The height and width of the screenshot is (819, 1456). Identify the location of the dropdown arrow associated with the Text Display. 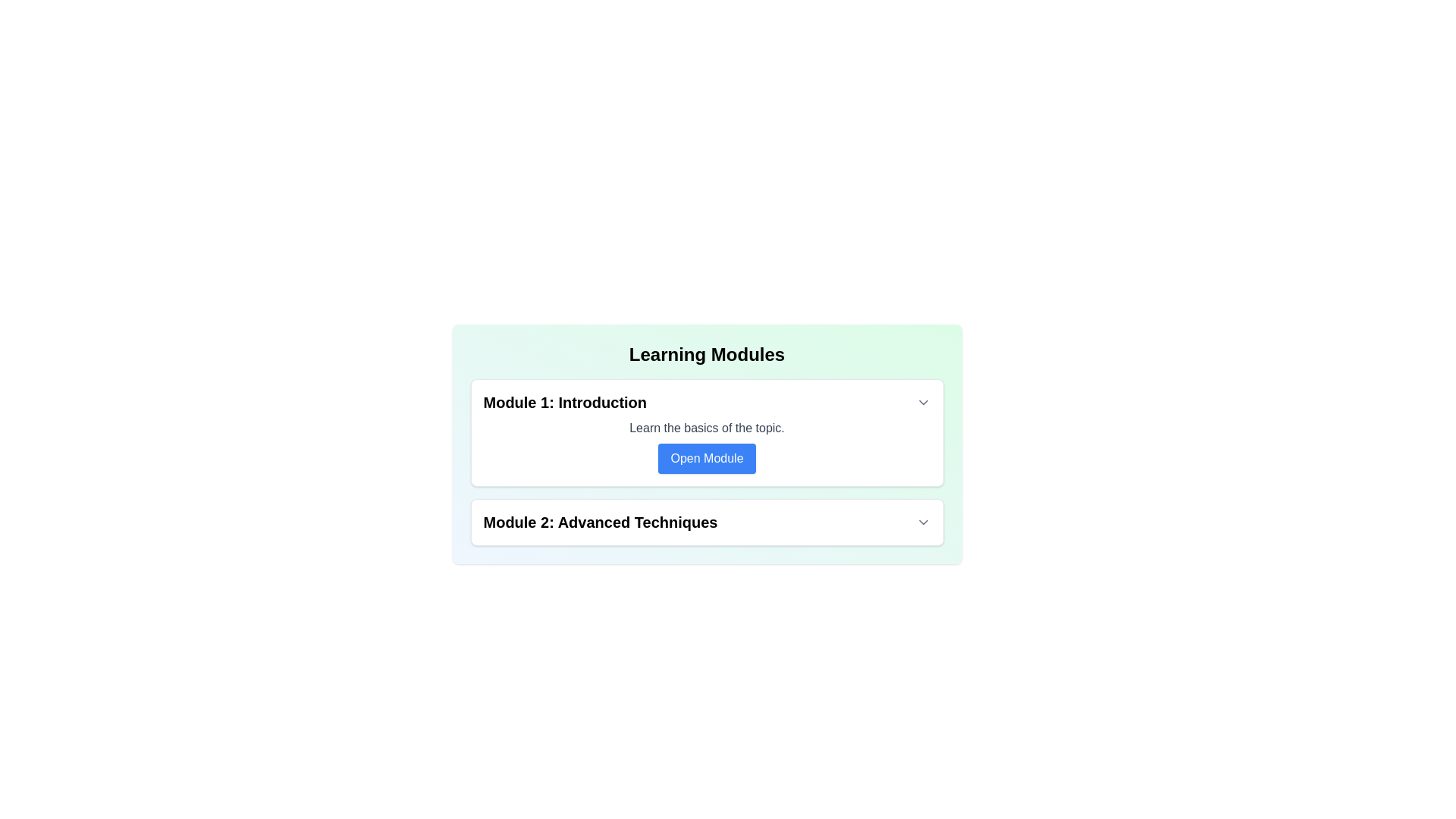
(706, 522).